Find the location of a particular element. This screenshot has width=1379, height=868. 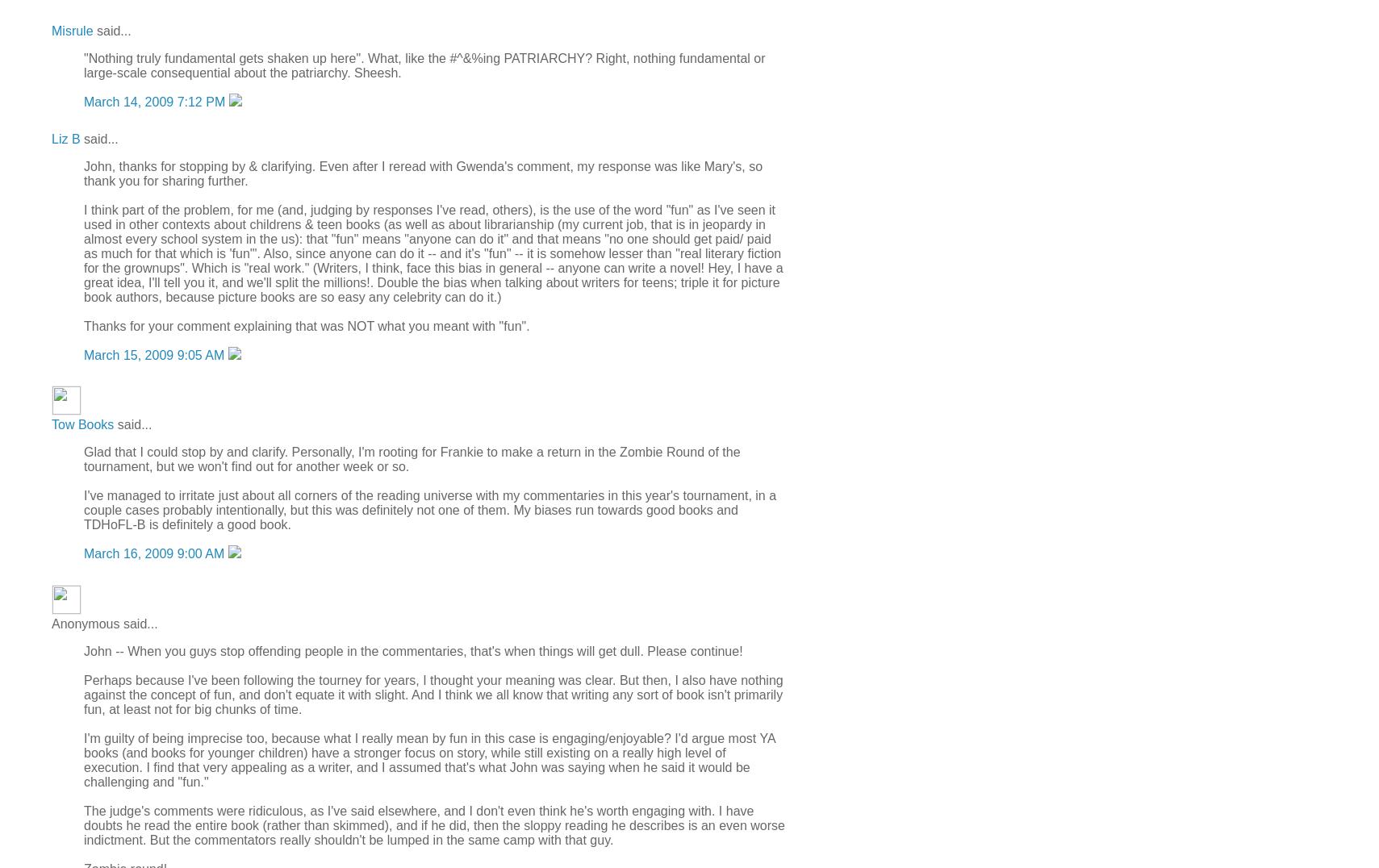

'Glad that I could stop by and clarify. Personally, I'm rooting for Frankie to make a return in the Zombie Round of the tournament, but we won't find out for another week or so.' is located at coordinates (411, 458).